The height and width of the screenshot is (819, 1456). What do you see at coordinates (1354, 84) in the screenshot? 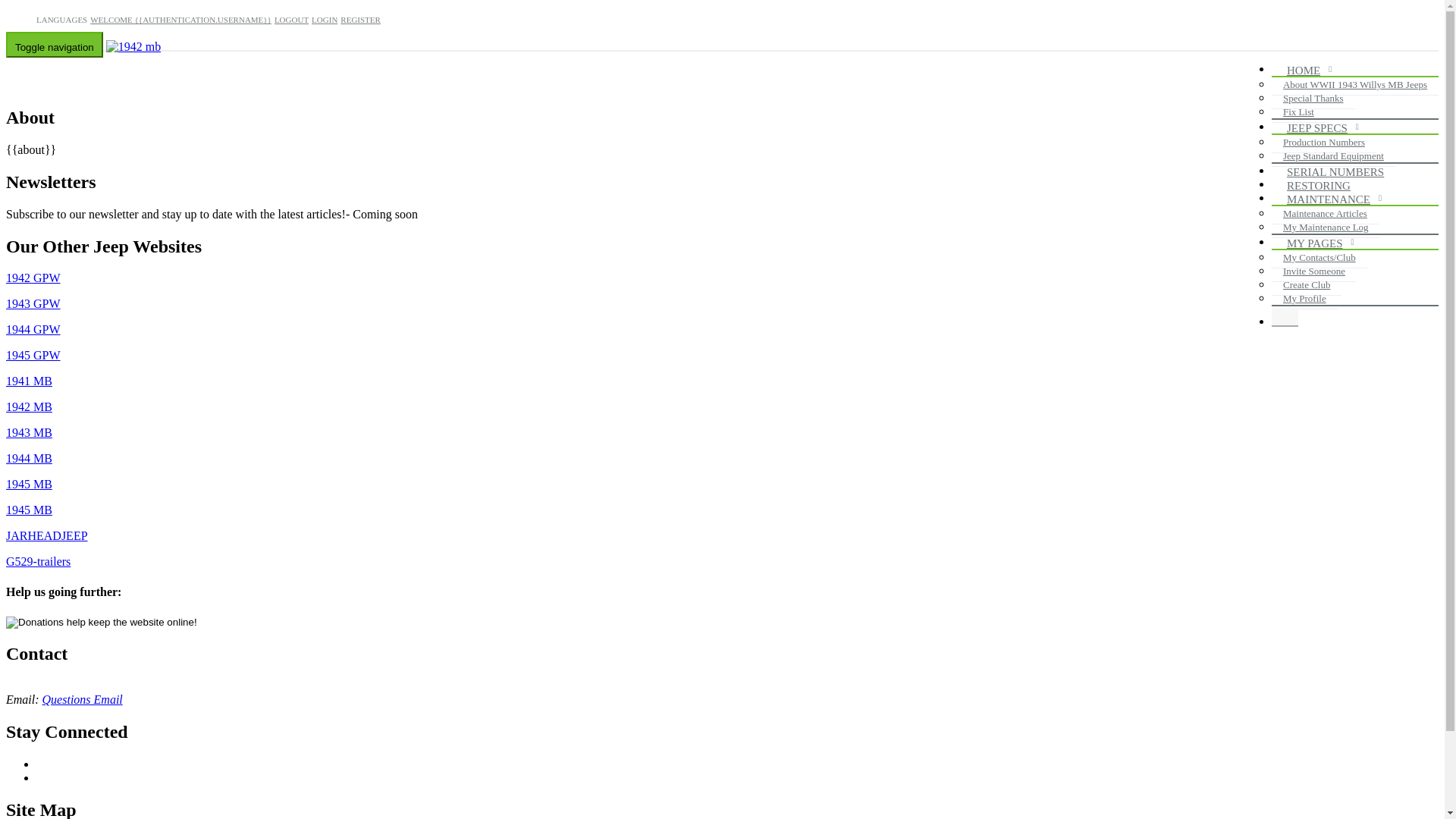
I see `'About WWII 1943 Willys MB Jeeps'` at bounding box center [1354, 84].